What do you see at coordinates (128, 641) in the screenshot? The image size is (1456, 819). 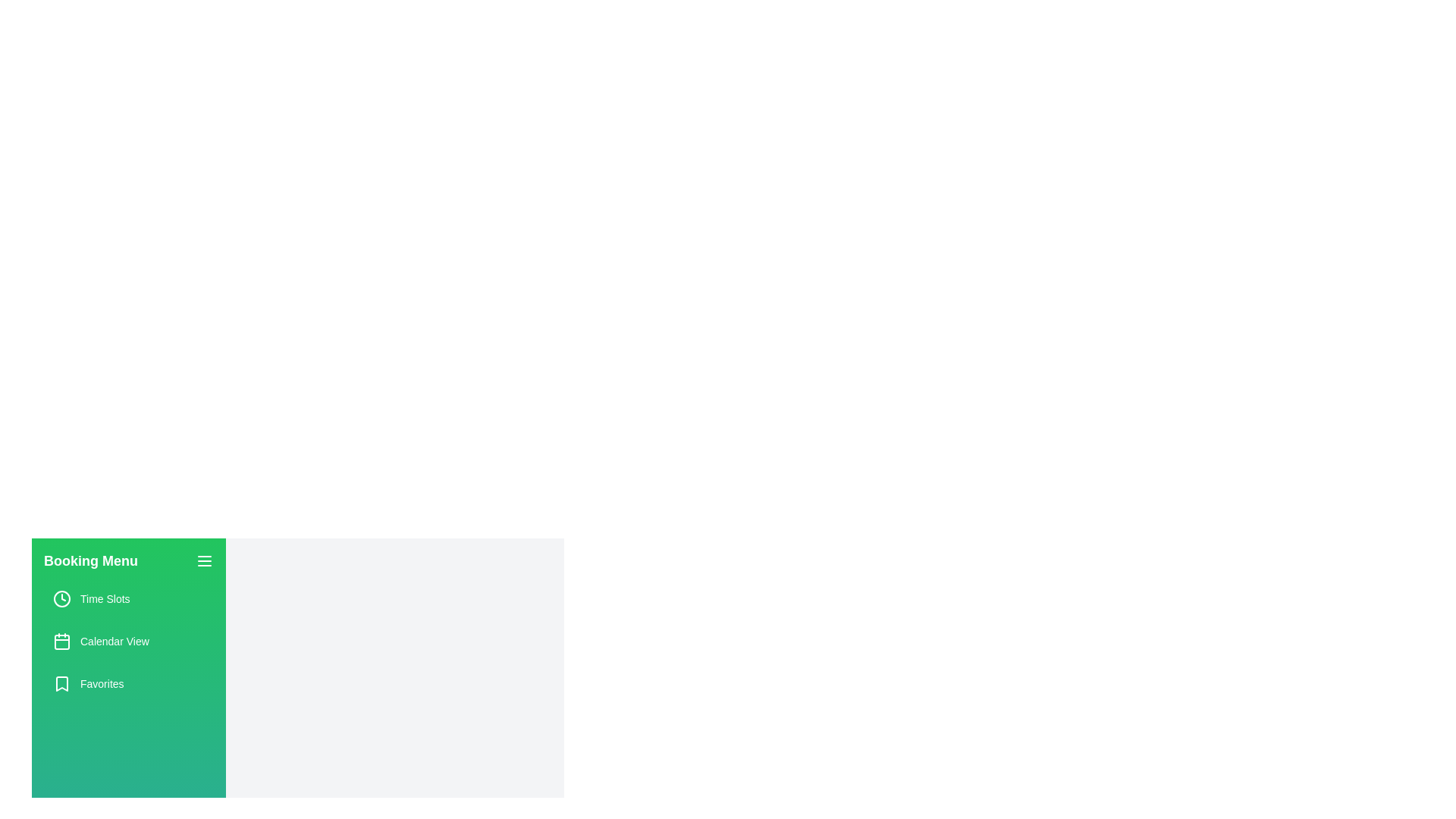 I see `the menu option Calendar View` at bounding box center [128, 641].